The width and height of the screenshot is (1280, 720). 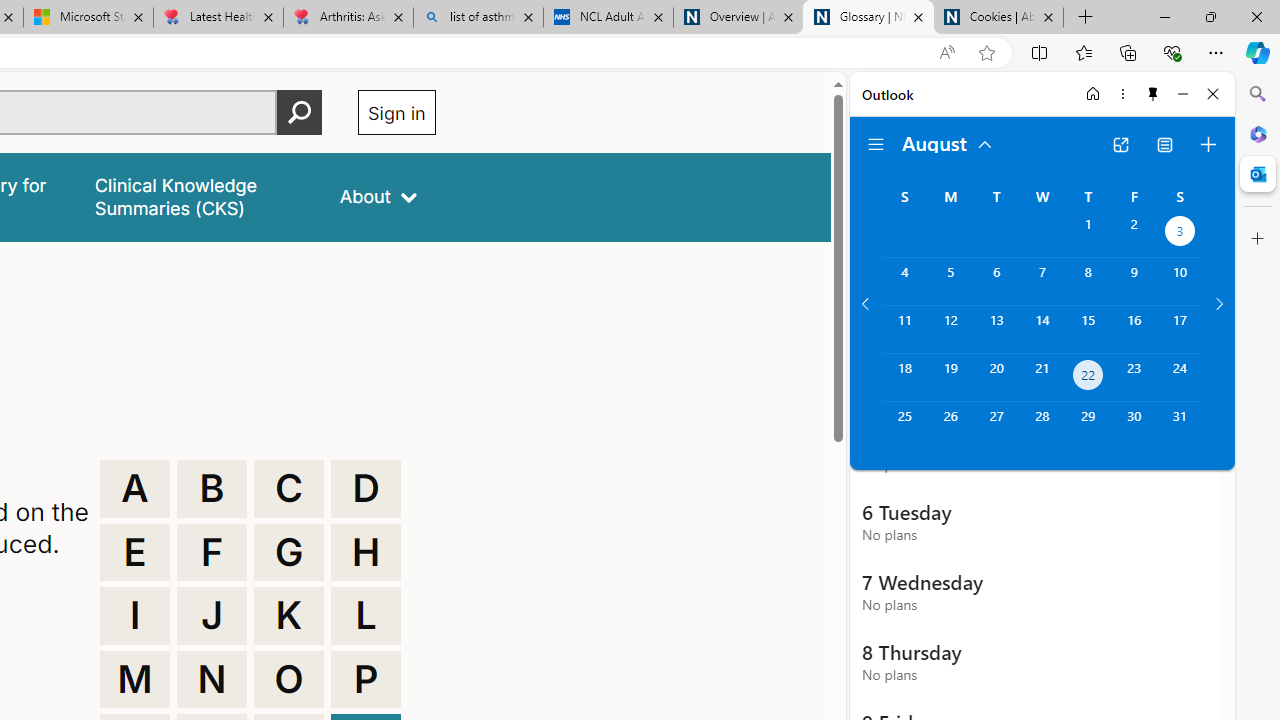 I want to click on 'Tuesday, August 27, 2024. ', so click(x=996, y=424).